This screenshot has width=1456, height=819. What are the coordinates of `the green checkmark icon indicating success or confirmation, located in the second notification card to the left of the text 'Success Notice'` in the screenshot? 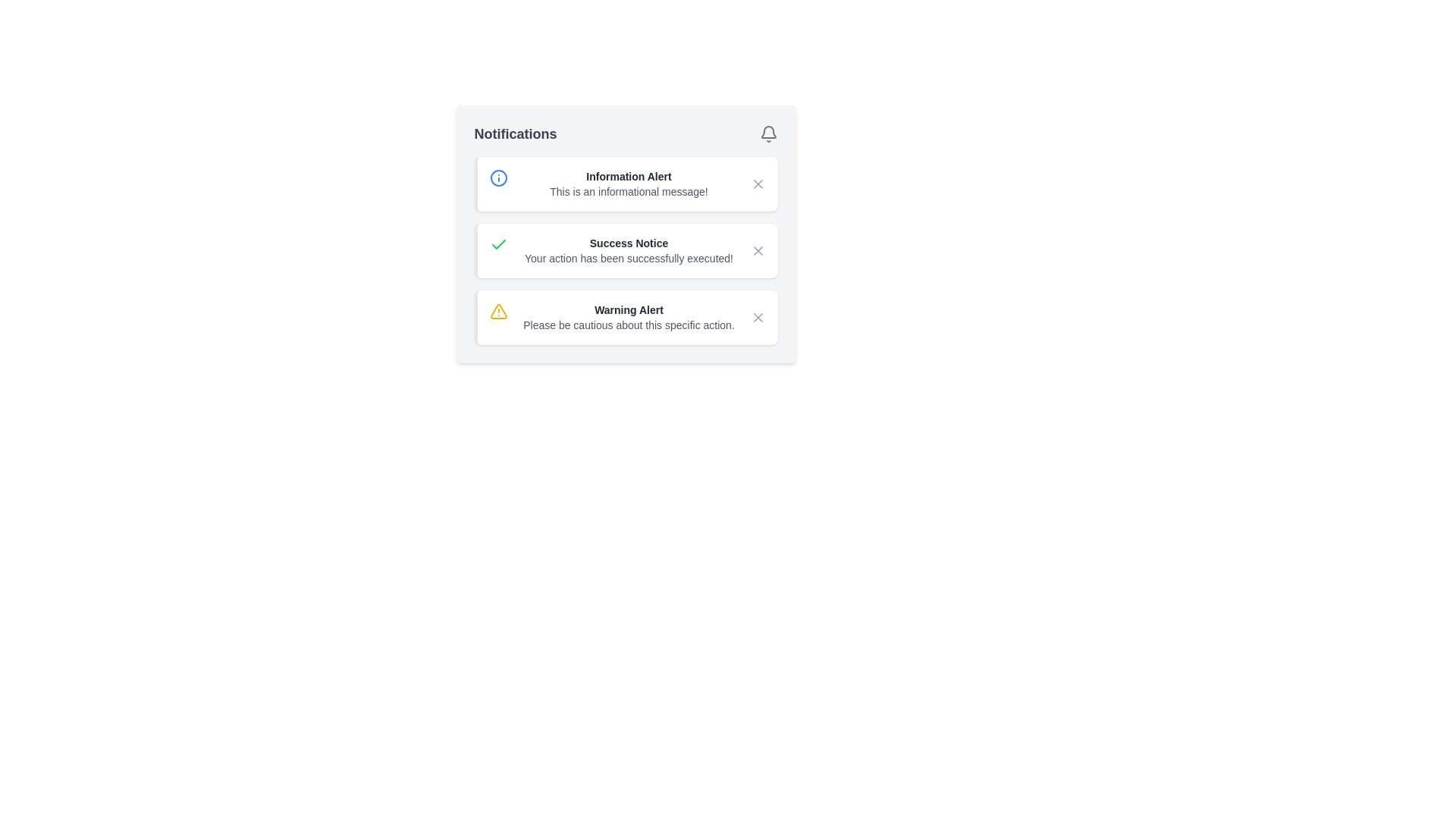 It's located at (498, 244).